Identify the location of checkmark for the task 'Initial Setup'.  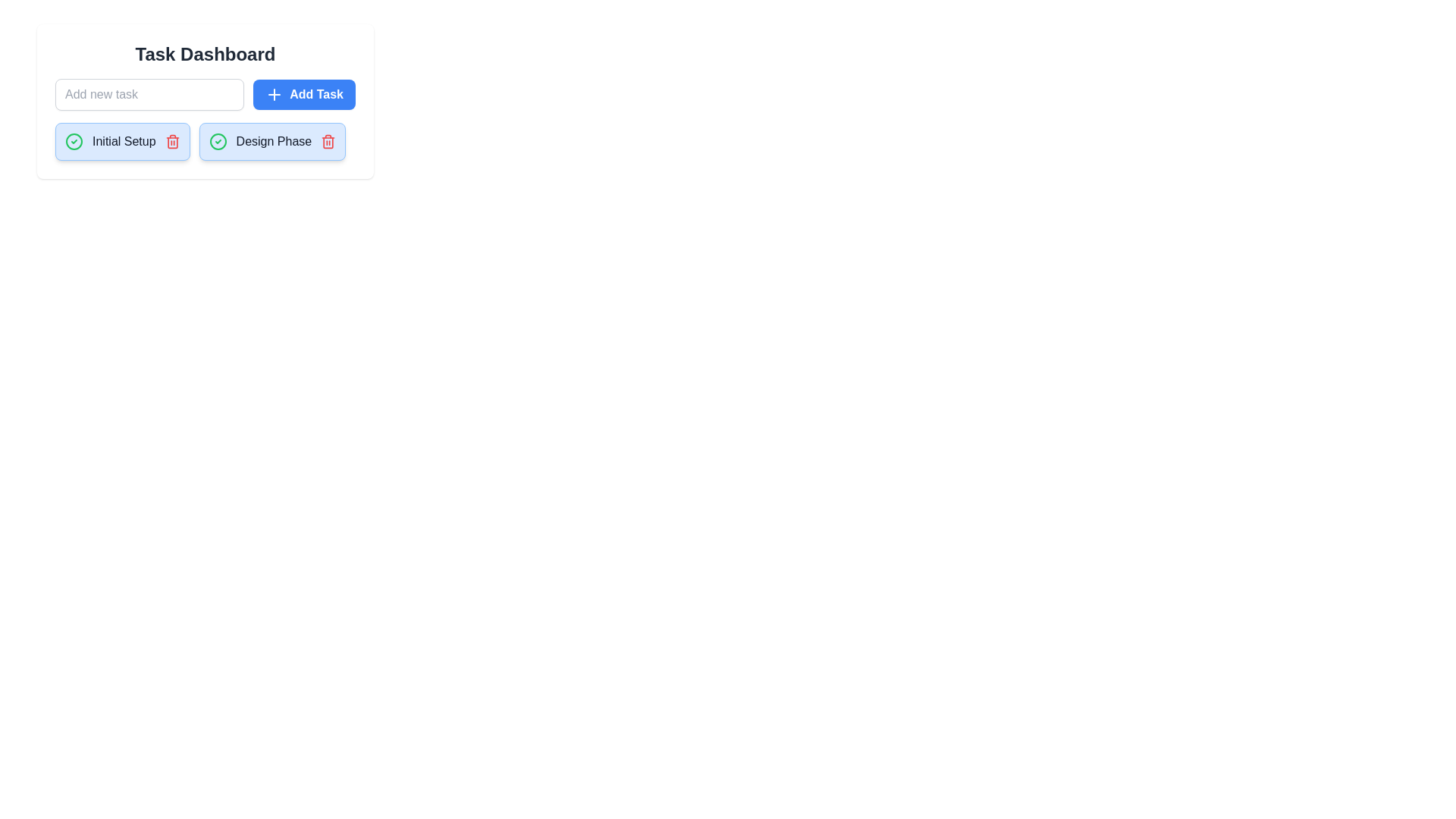
(73, 141).